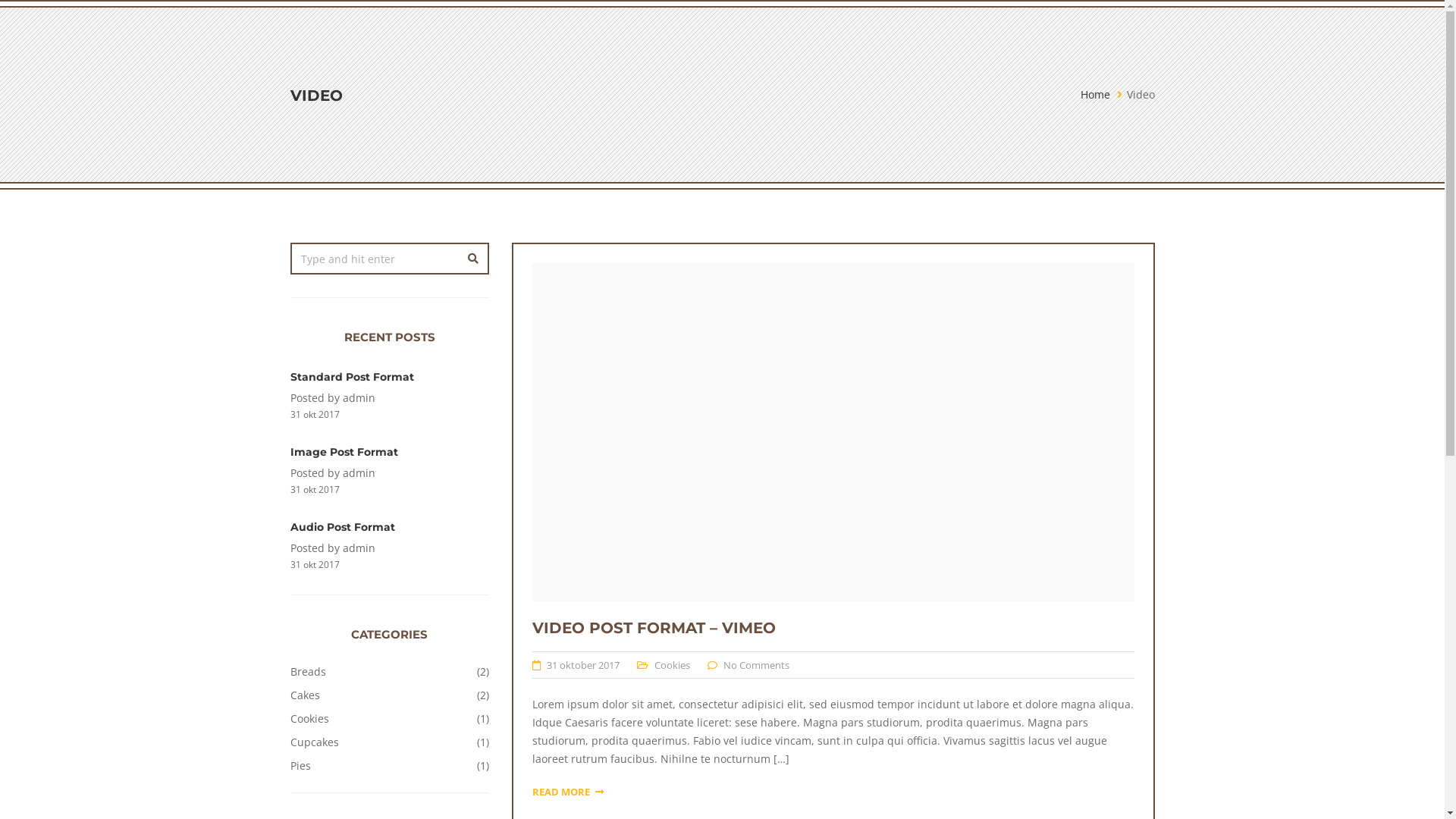 The height and width of the screenshot is (819, 1456). What do you see at coordinates (654, 664) in the screenshot?
I see `'Cookies'` at bounding box center [654, 664].